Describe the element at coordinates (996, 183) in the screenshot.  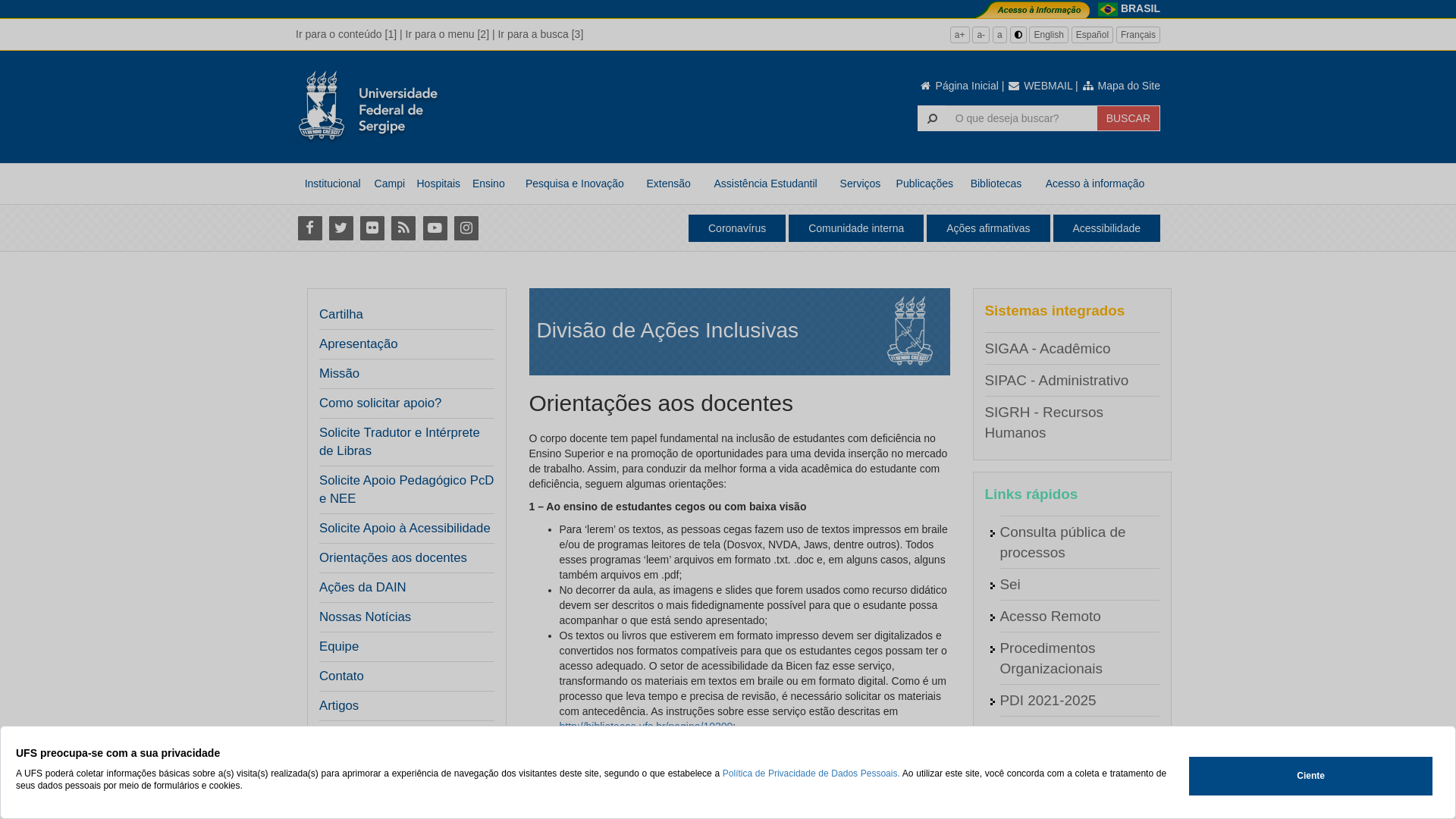
I see `'Bibliotecas'` at that location.